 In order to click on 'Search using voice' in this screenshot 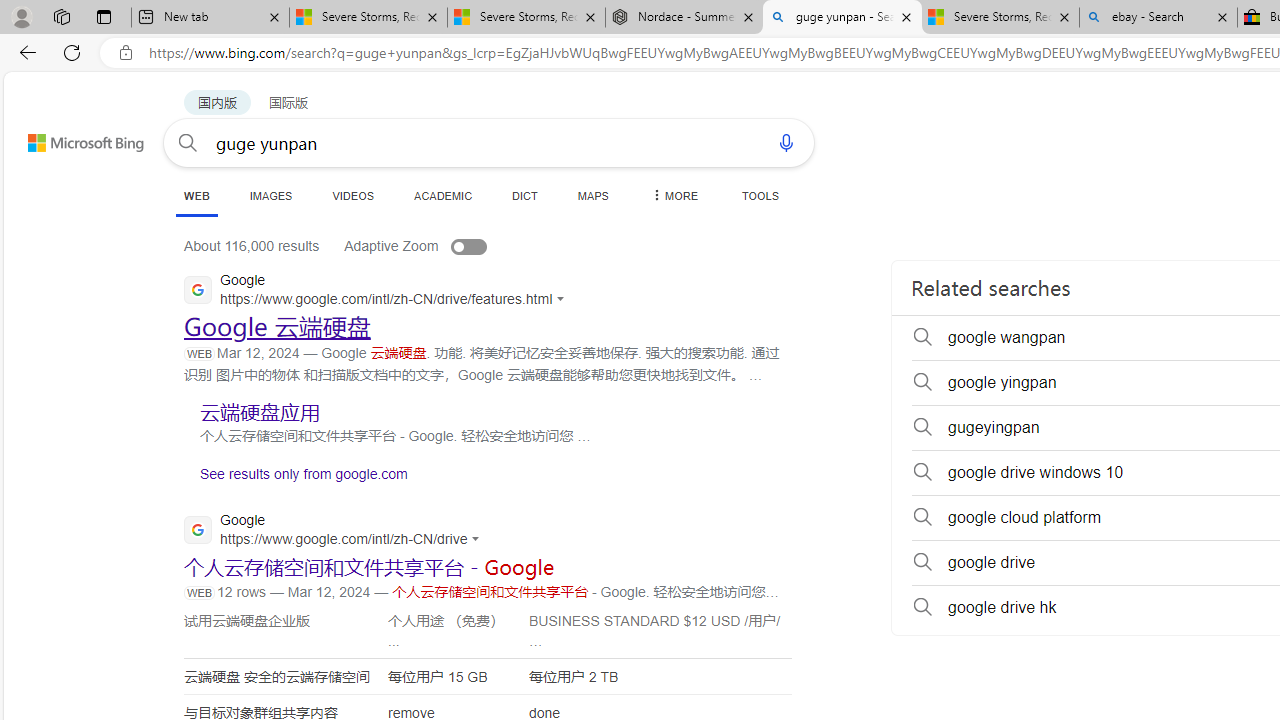, I will do `click(784, 141)`.